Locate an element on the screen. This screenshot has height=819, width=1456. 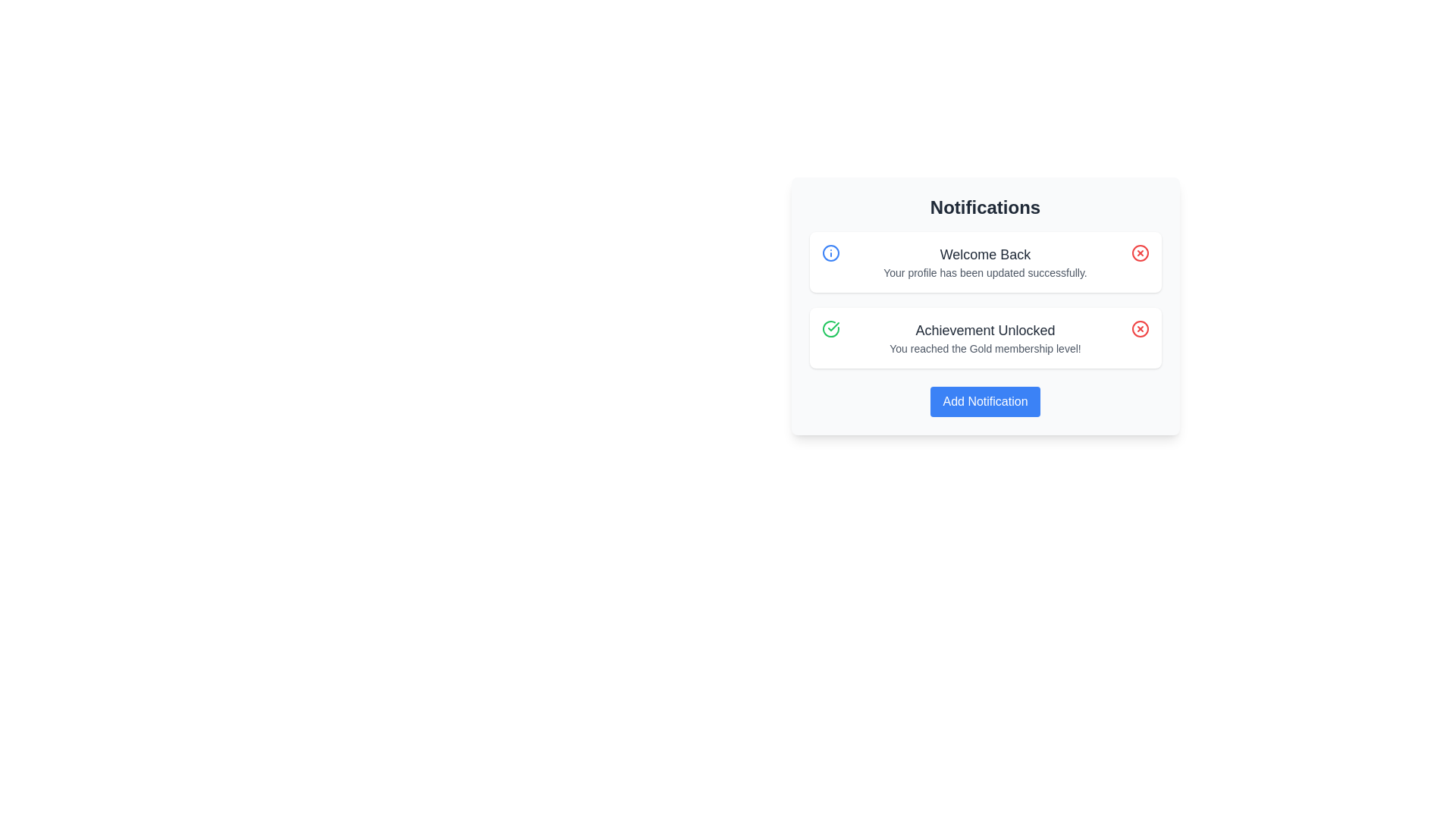
the circular red outlined button with an 'X' symbol to change its color to a darker red is located at coordinates (1140, 253).